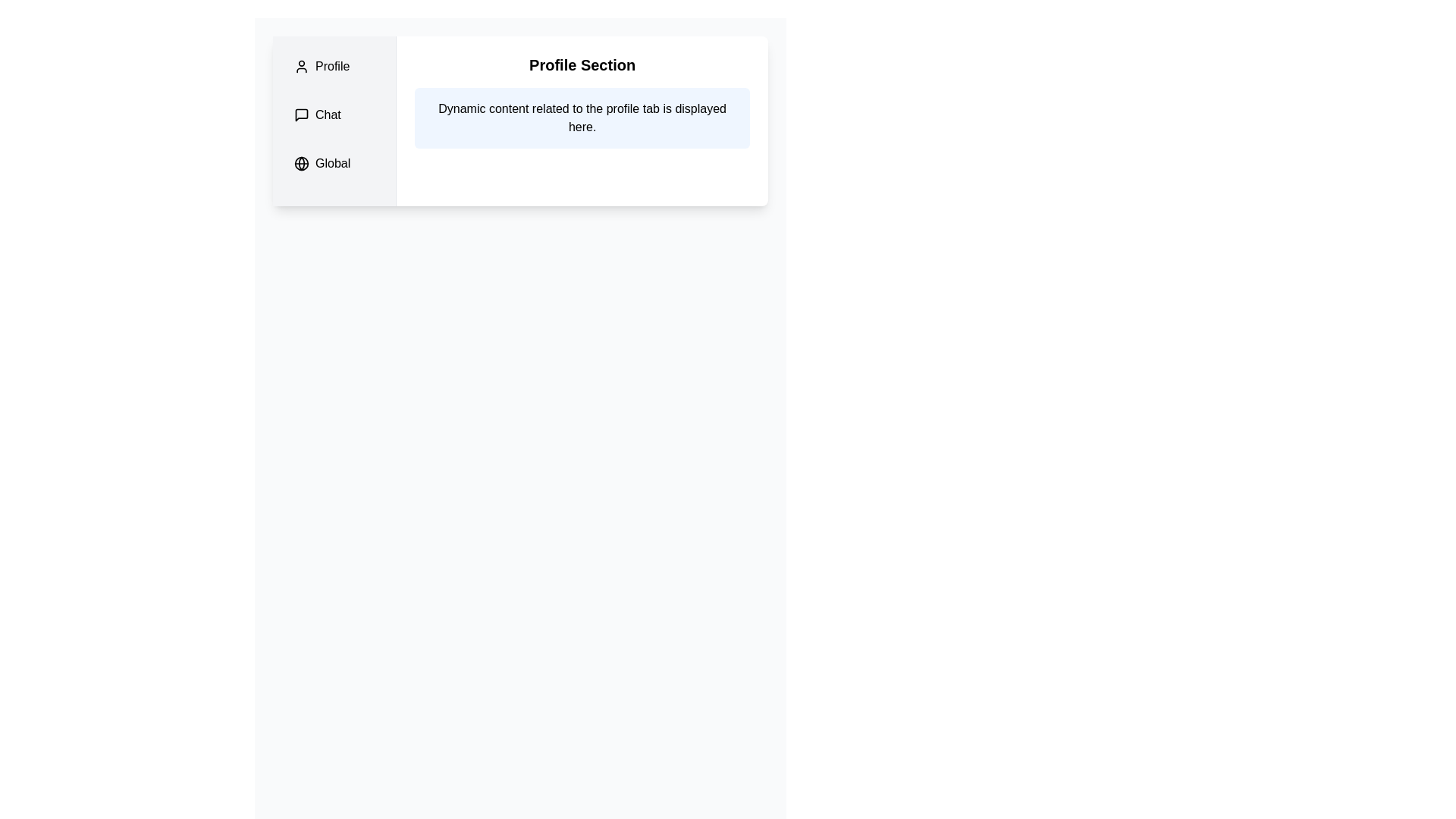 The width and height of the screenshot is (1456, 819). I want to click on the 'Chat' static text label located in the second row of the vertical navigation menu, next to the speech bubble icon under the 'Profile' section, so click(327, 114).